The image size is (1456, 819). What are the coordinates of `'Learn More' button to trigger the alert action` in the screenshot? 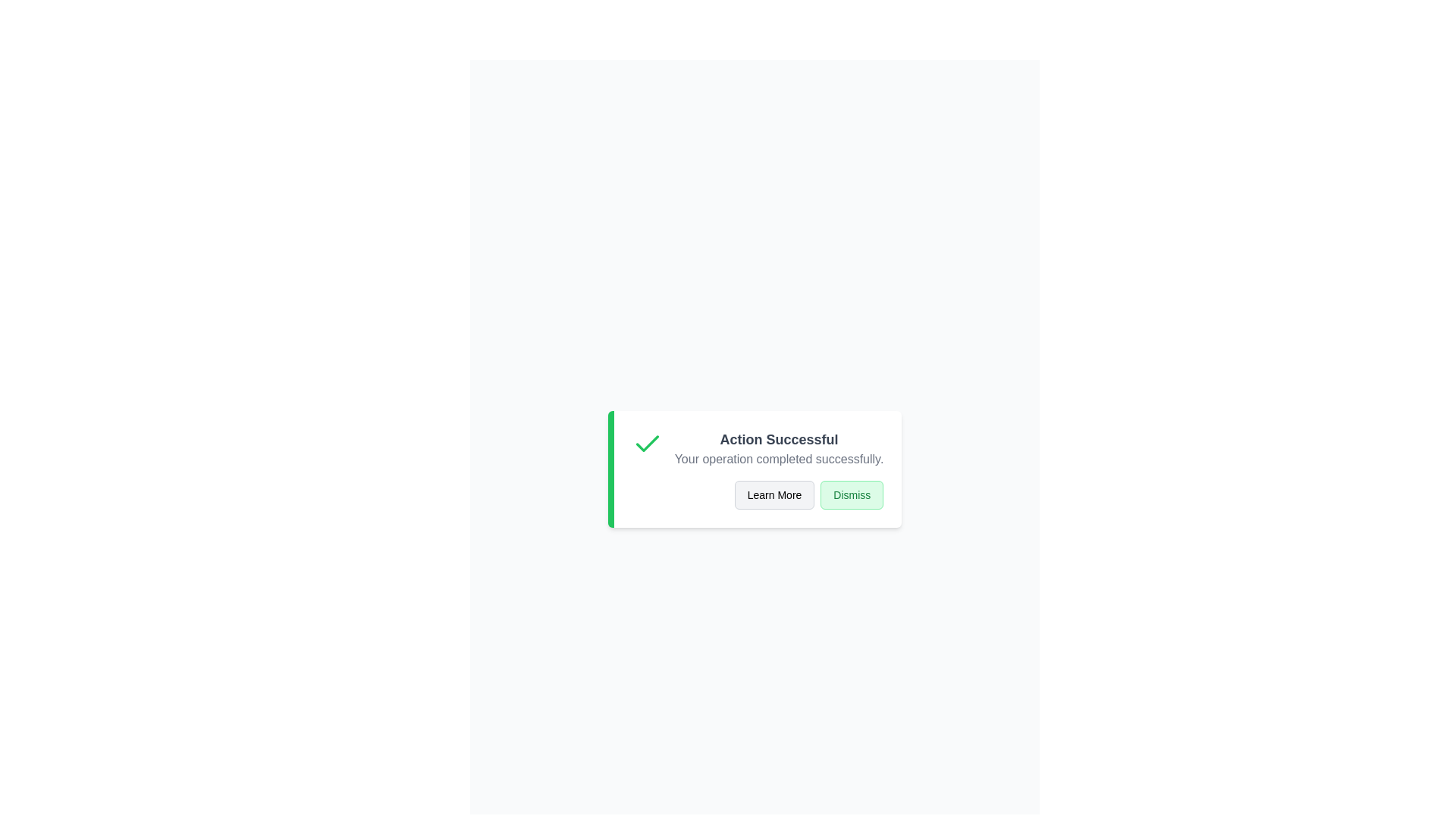 It's located at (774, 494).